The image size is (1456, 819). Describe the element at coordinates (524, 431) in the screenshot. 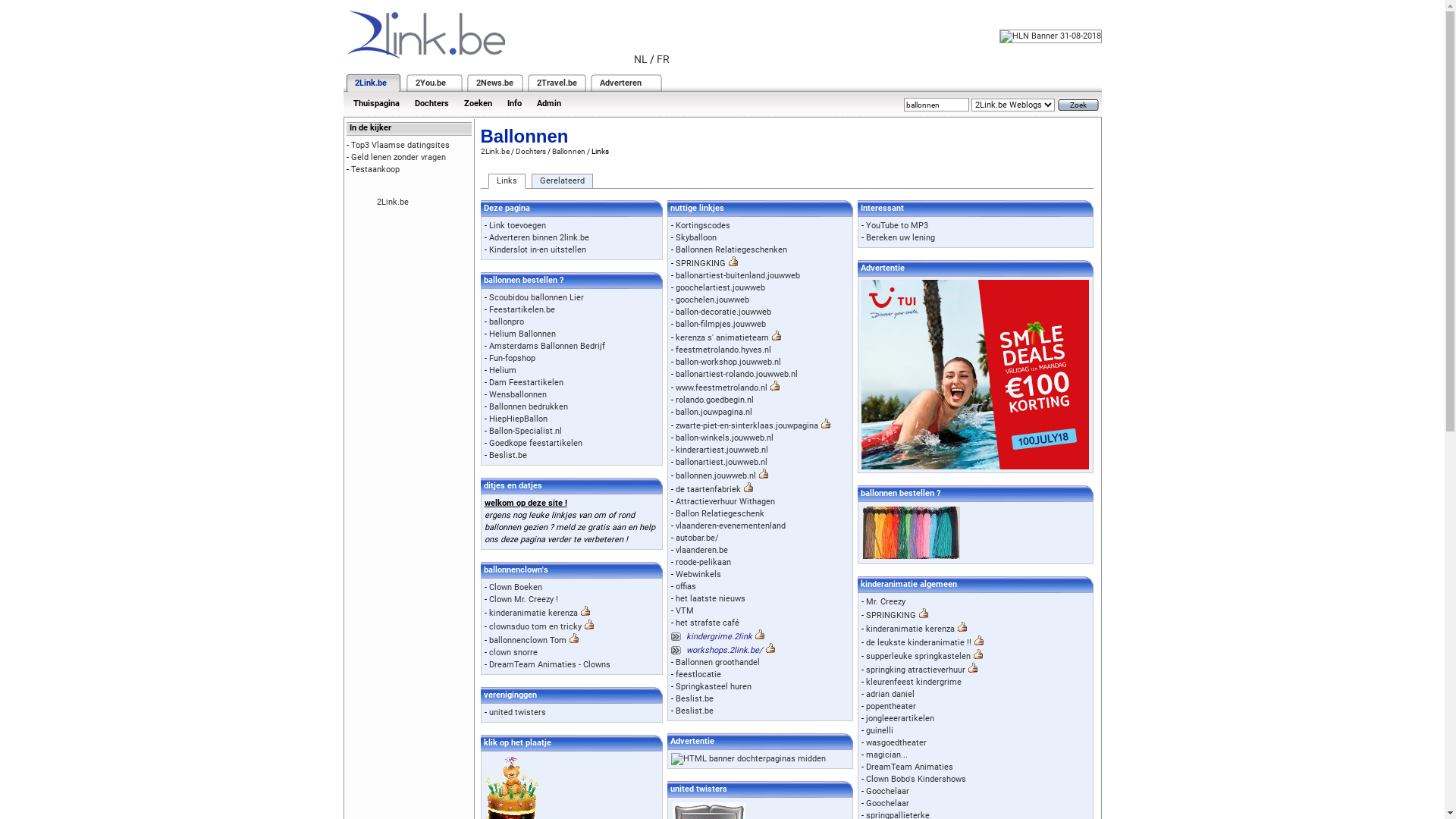

I see `'Ballon-Specialist.nl'` at that location.